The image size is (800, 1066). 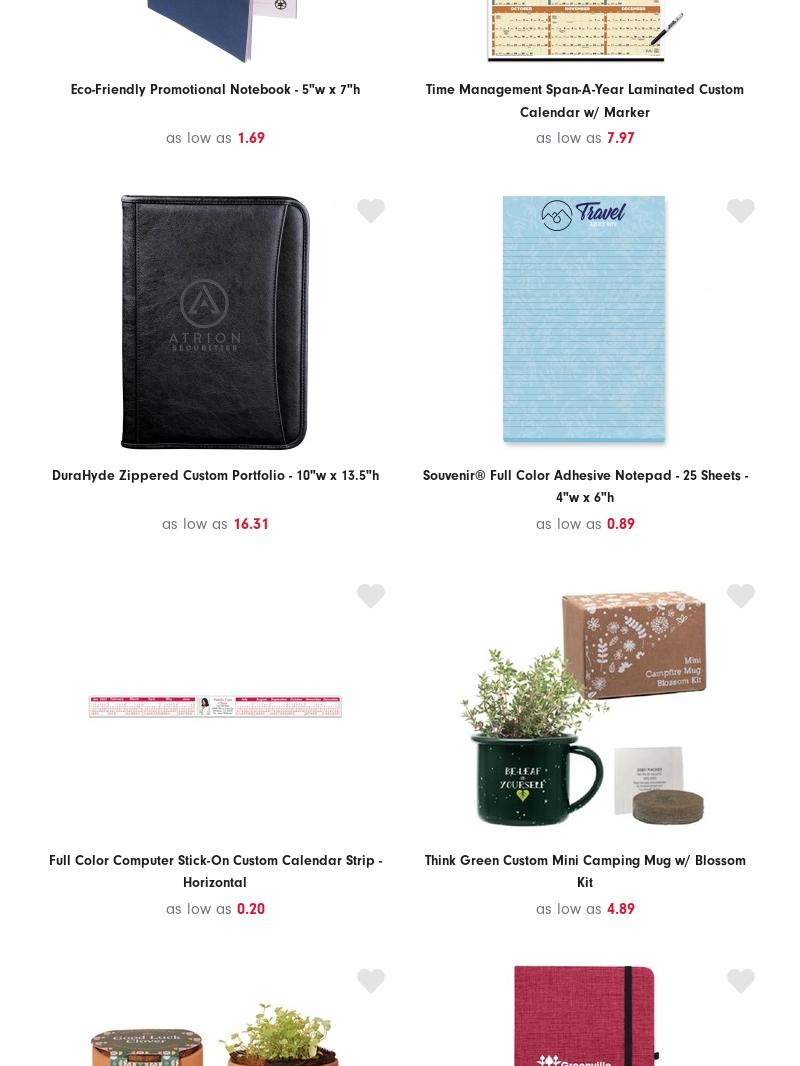 I want to click on 'Full Color Computer Stick-On Custom Calendar Strip - Horizontal', so click(x=47, y=871).